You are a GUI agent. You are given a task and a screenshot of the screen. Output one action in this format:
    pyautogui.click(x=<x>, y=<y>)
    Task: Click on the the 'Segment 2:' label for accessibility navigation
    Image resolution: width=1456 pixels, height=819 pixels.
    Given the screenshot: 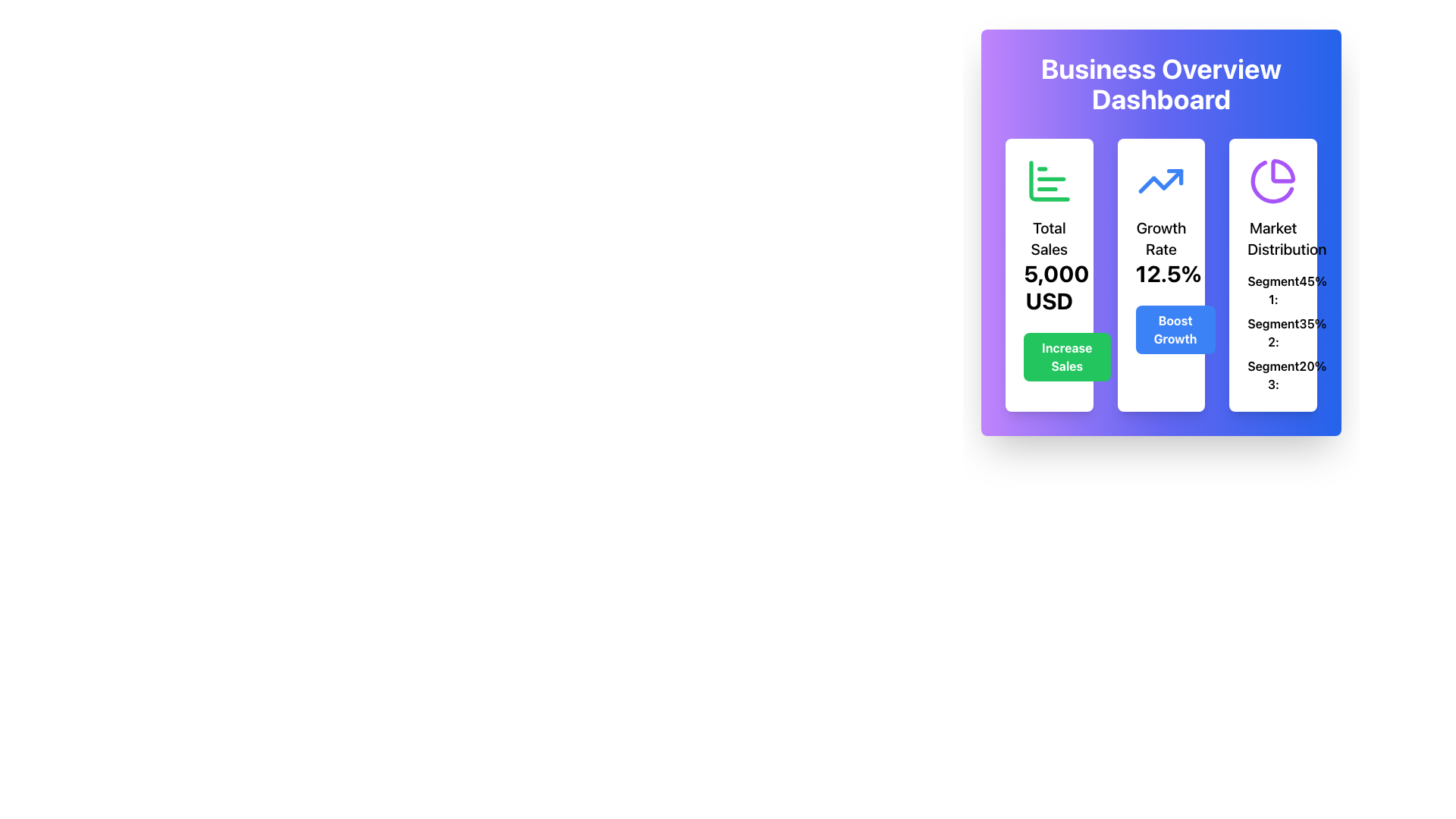 What is the action you would take?
    pyautogui.click(x=1273, y=332)
    